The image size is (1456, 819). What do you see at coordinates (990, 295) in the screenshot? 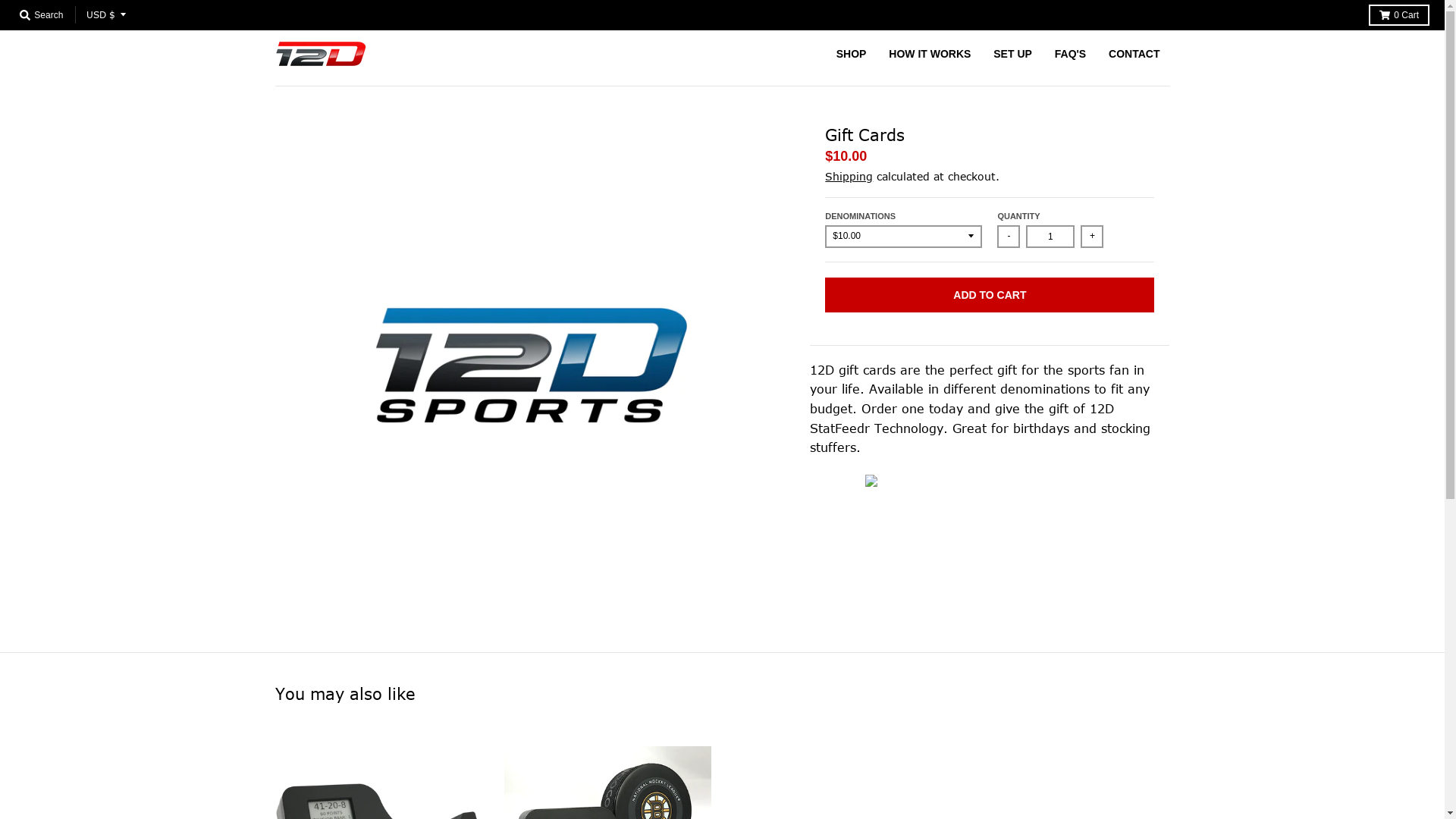
I see `'ADD TO CART'` at bounding box center [990, 295].